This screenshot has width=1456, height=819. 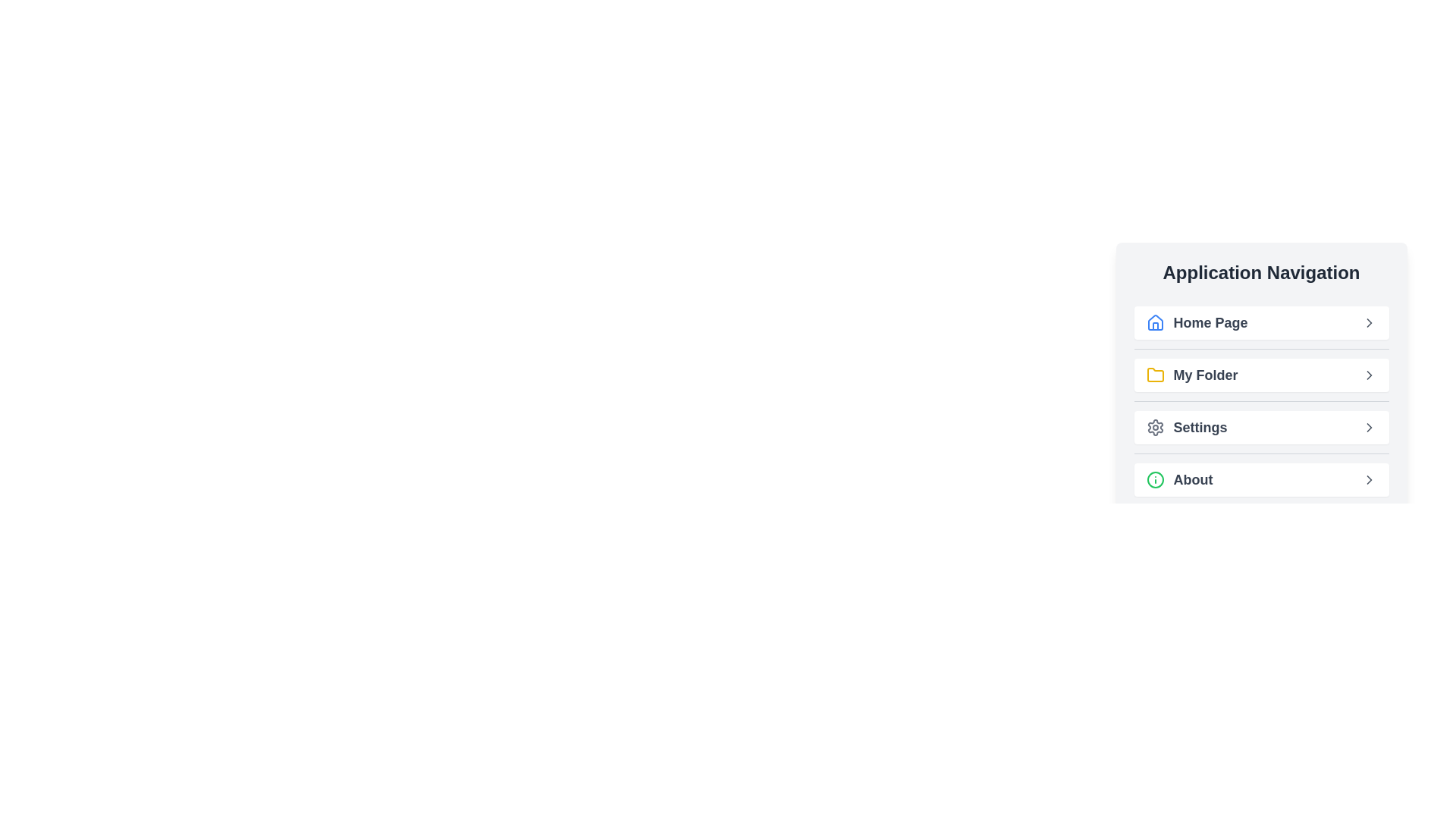 What do you see at coordinates (1369, 479) in the screenshot?
I see `the Chevron Right icon located on the far right edge of the 'About' navigation entry, which indicates additional content or a new page` at bounding box center [1369, 479].